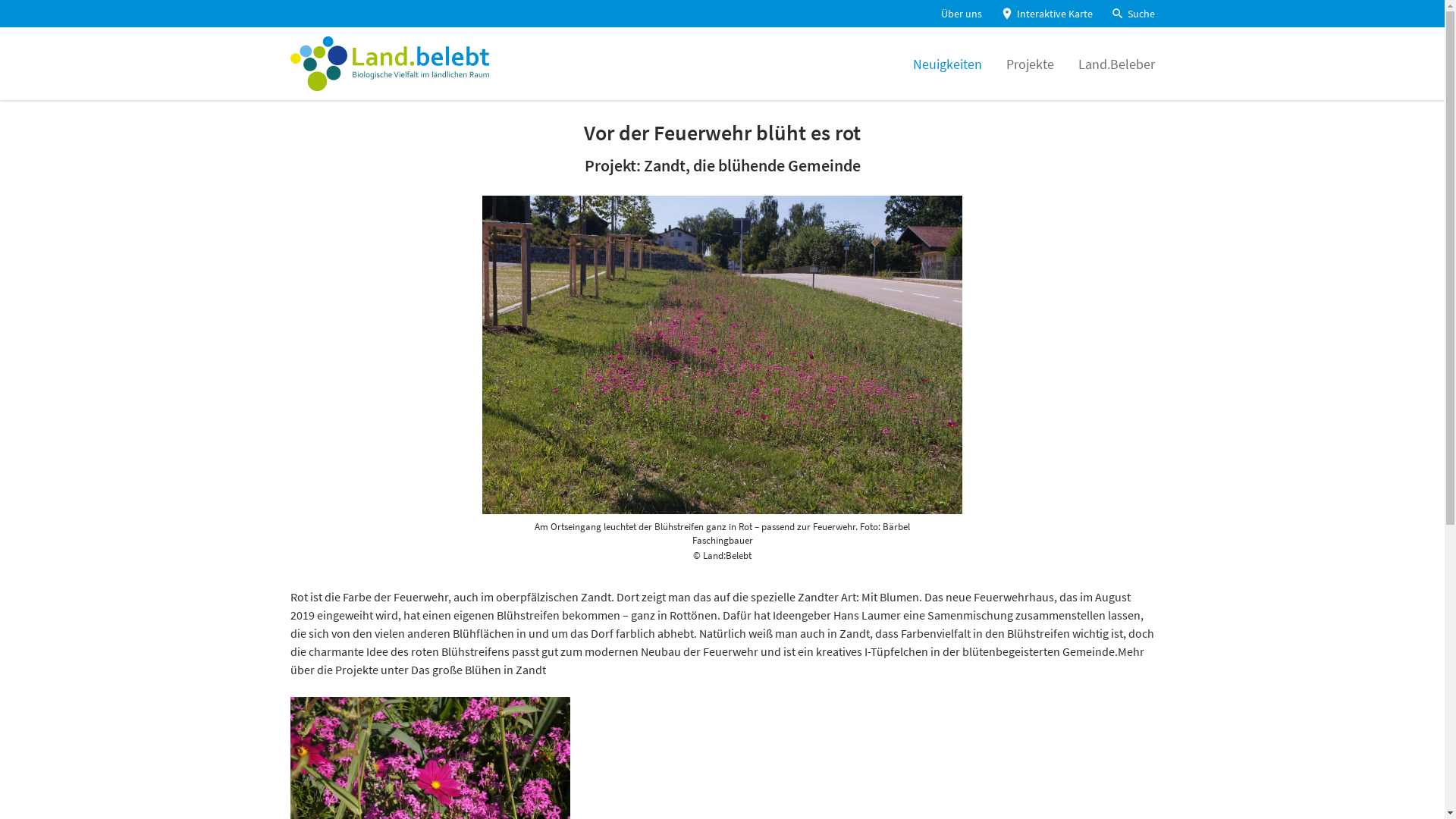  What do you see at coordinates (1131, 14) in the screenshot?
I see `'Suche'` at bounding box center [1131, 14].